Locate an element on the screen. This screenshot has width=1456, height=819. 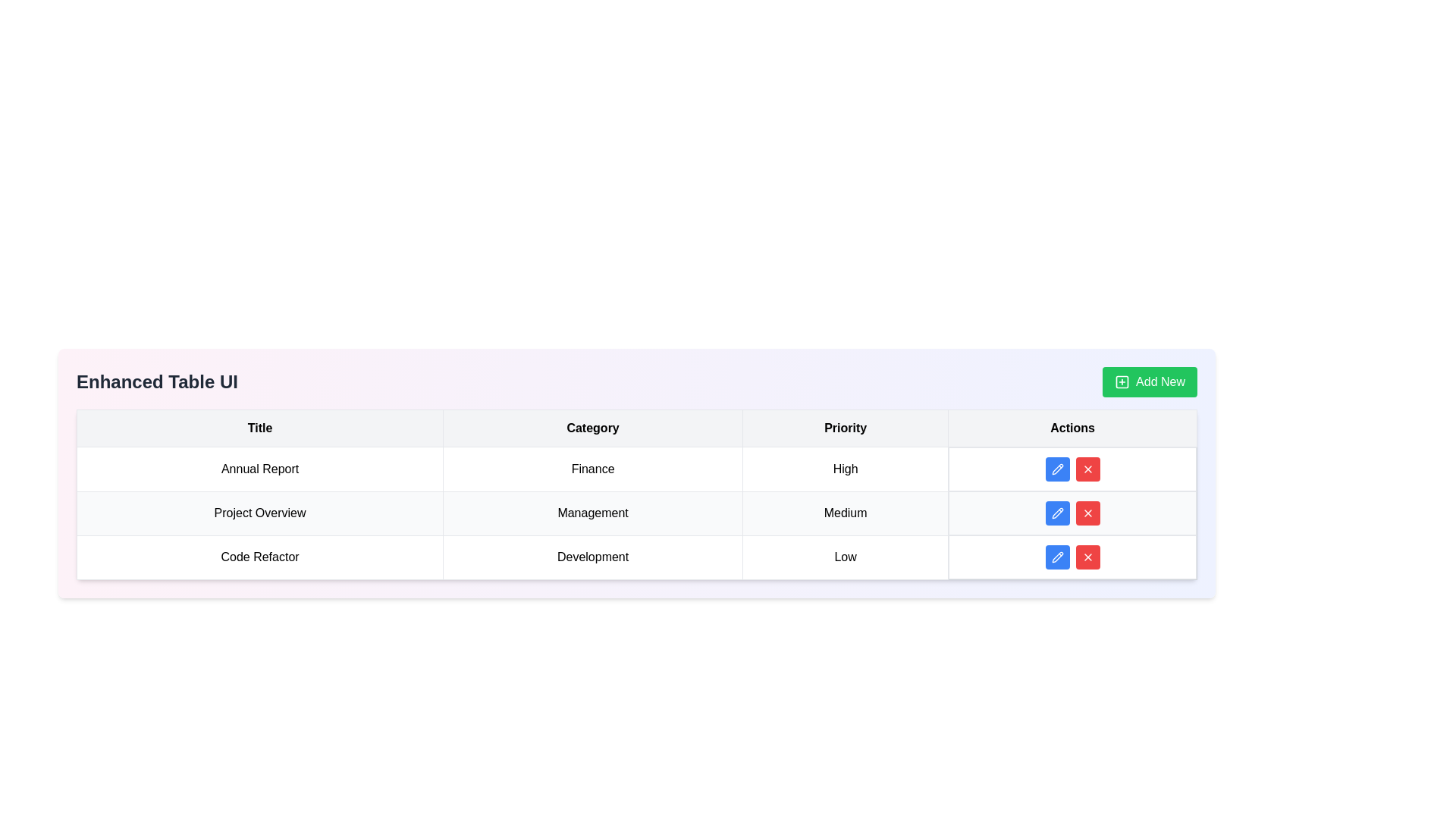
the edit icon in the Actions column of the first row of the data table is located at coordinates (1056, 468).